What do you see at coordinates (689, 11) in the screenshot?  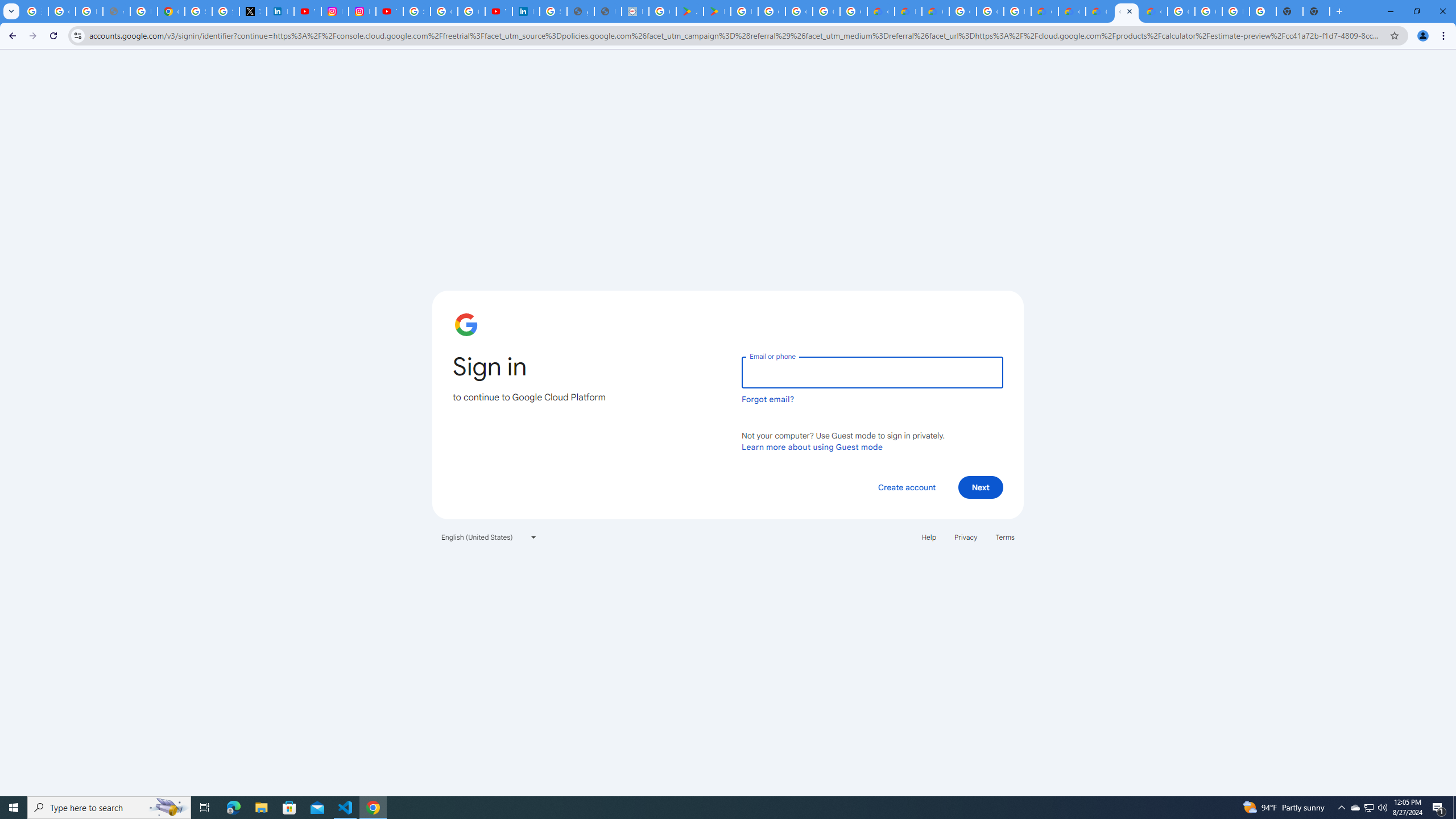 I see `'Android Apps on Google Play'` at bounding box center [689, 11].